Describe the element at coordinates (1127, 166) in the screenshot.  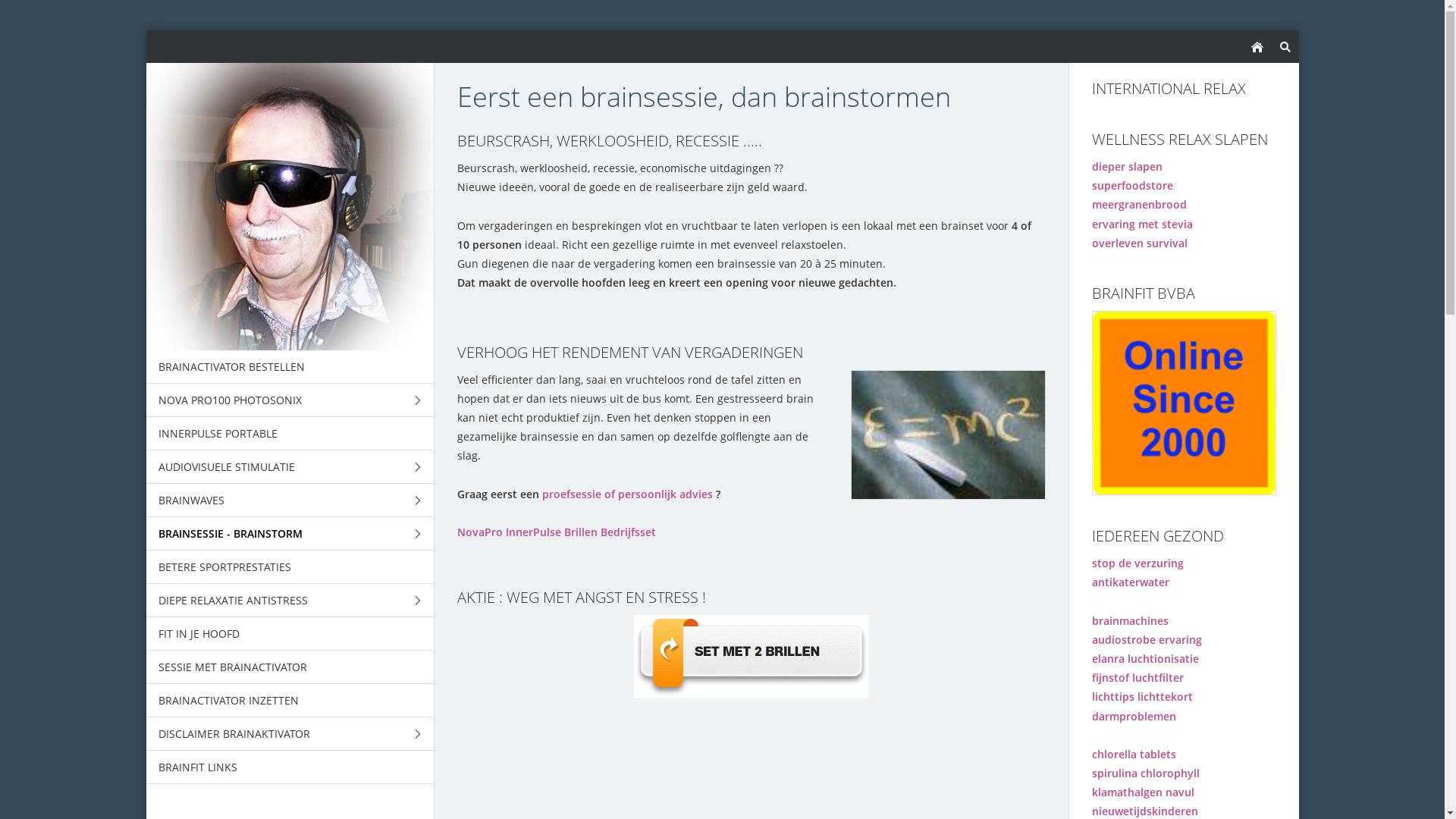
I see `'dieper slapen'` at that location.